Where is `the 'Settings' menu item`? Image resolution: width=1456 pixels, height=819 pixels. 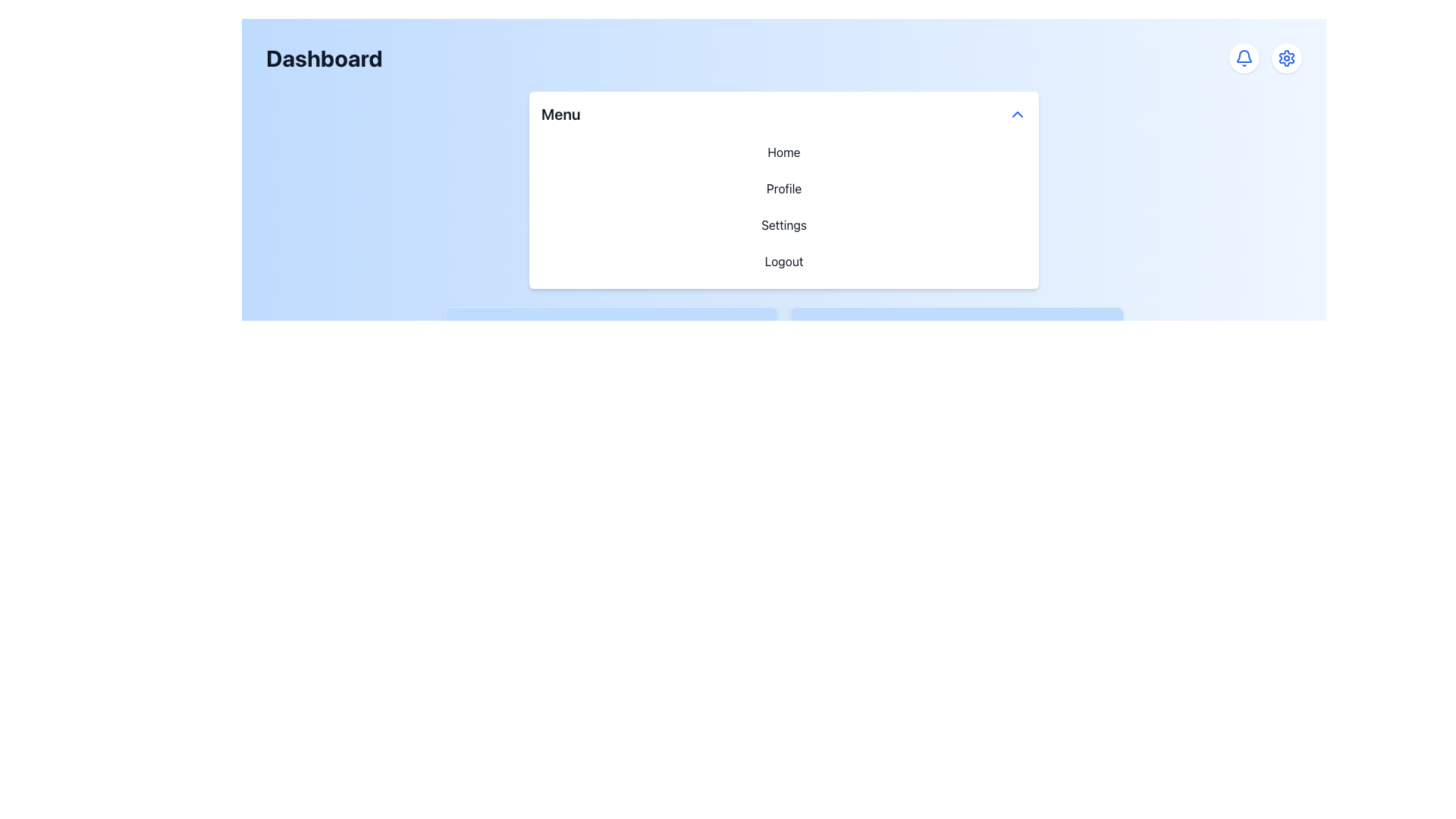
the 'Settings' menu item is located at coordinates (783, 225).